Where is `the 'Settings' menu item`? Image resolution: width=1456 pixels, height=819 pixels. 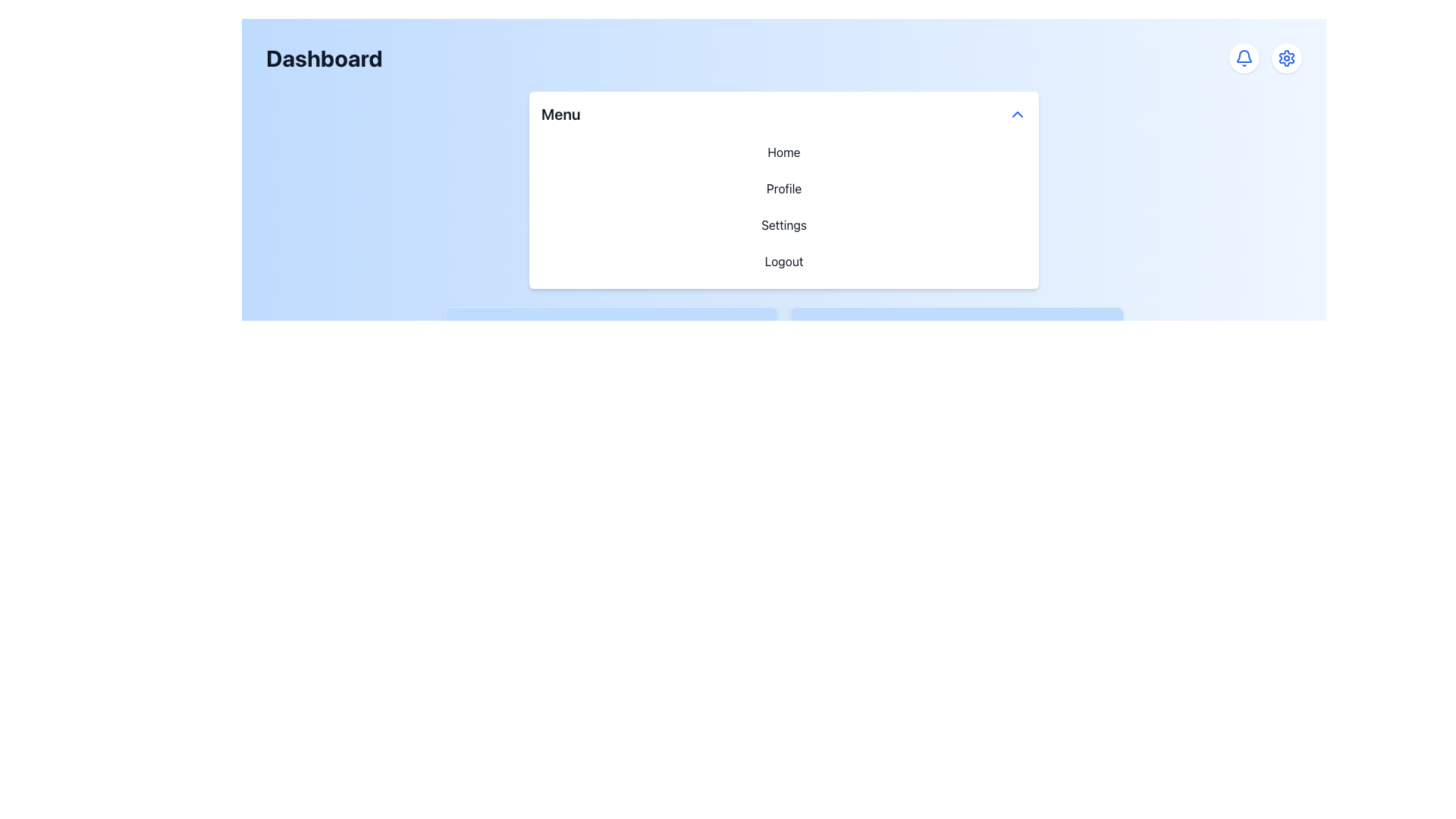
the 'Settings' menu item is located at coordinates (783, 225).